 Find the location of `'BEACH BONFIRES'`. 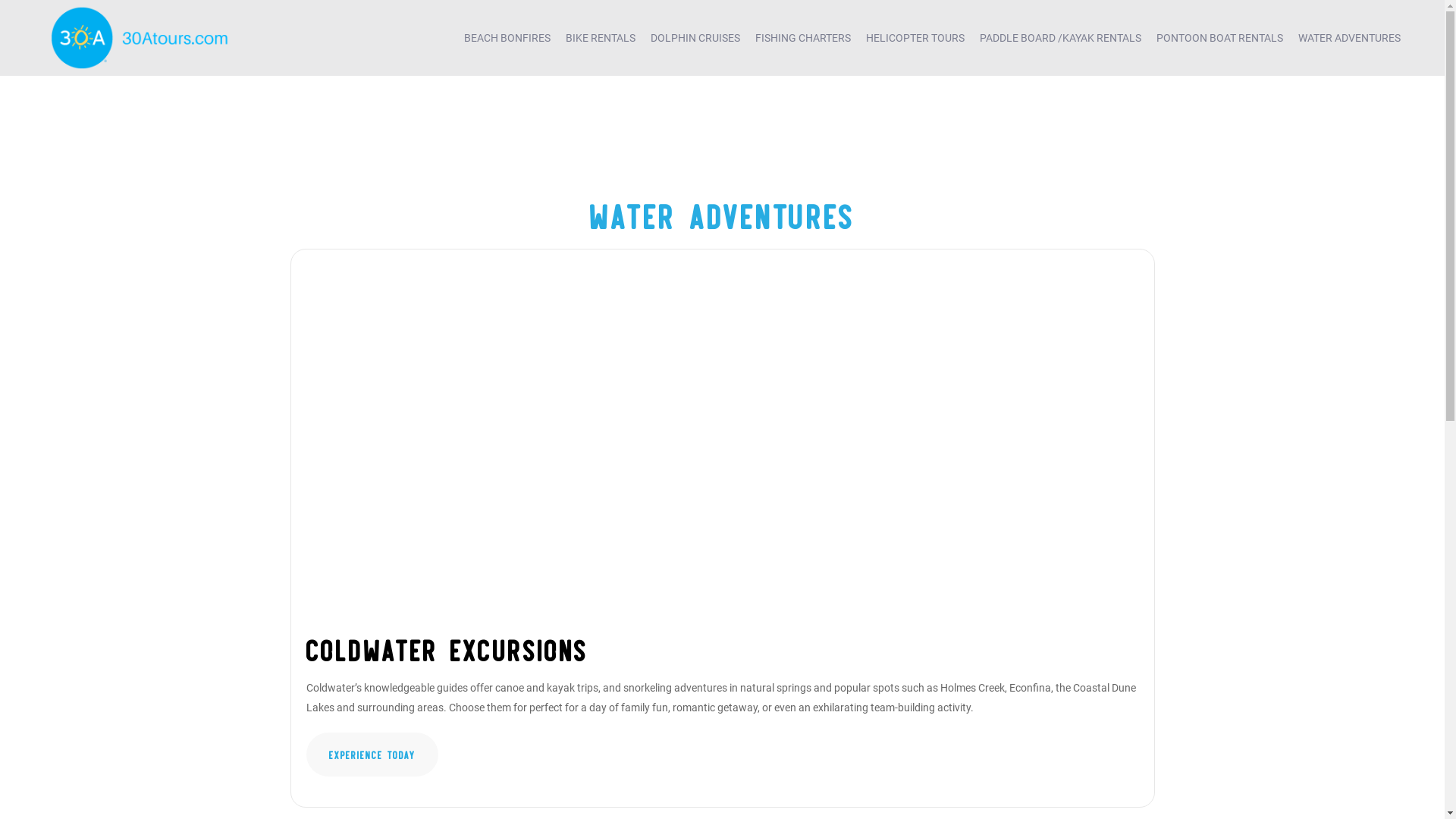

'BEACH BONFIRES' is located at coordinates (455, 37).